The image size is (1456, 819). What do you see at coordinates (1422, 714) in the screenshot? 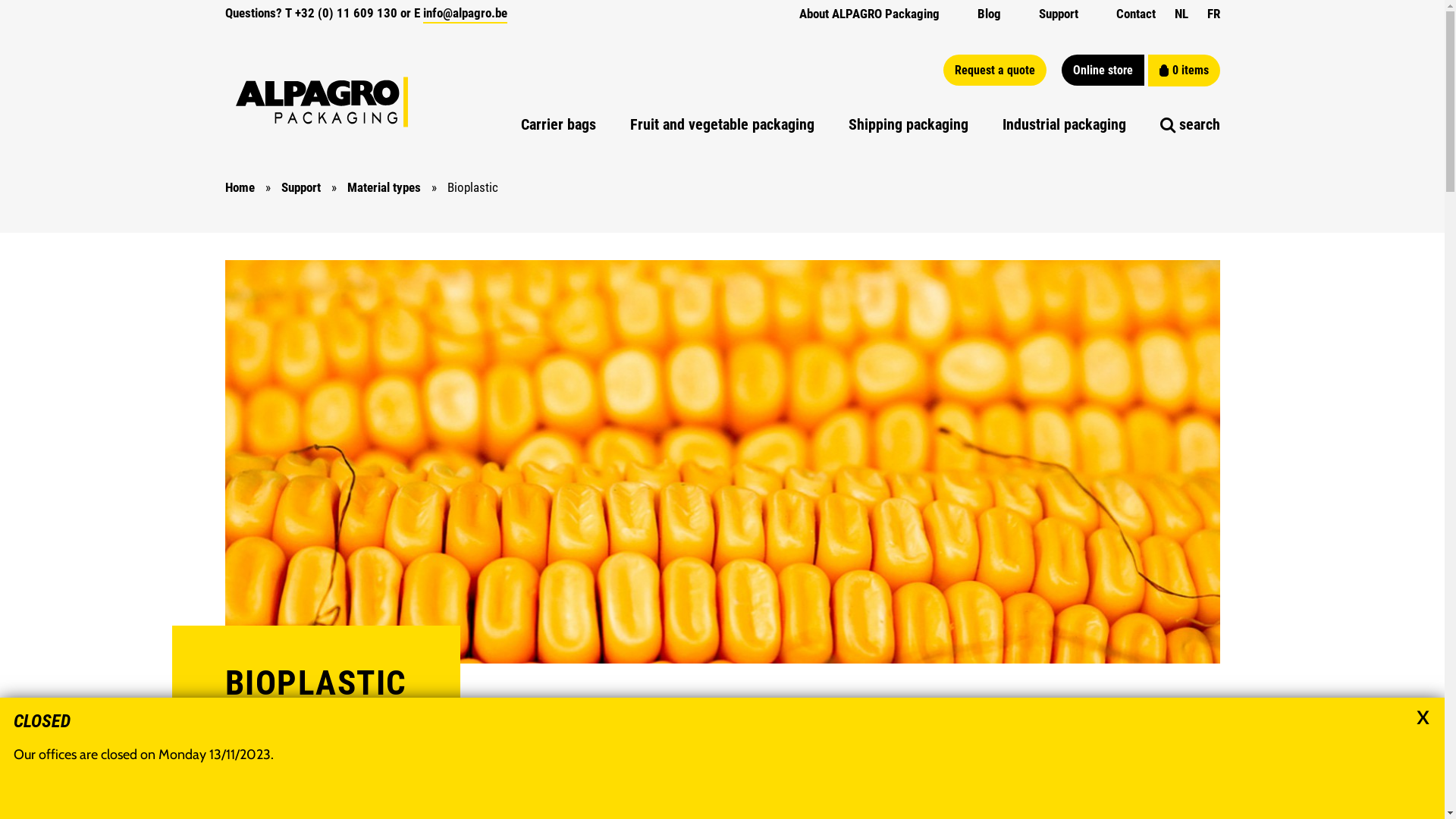
I see `'x'` at bounding box center [1422, 714].